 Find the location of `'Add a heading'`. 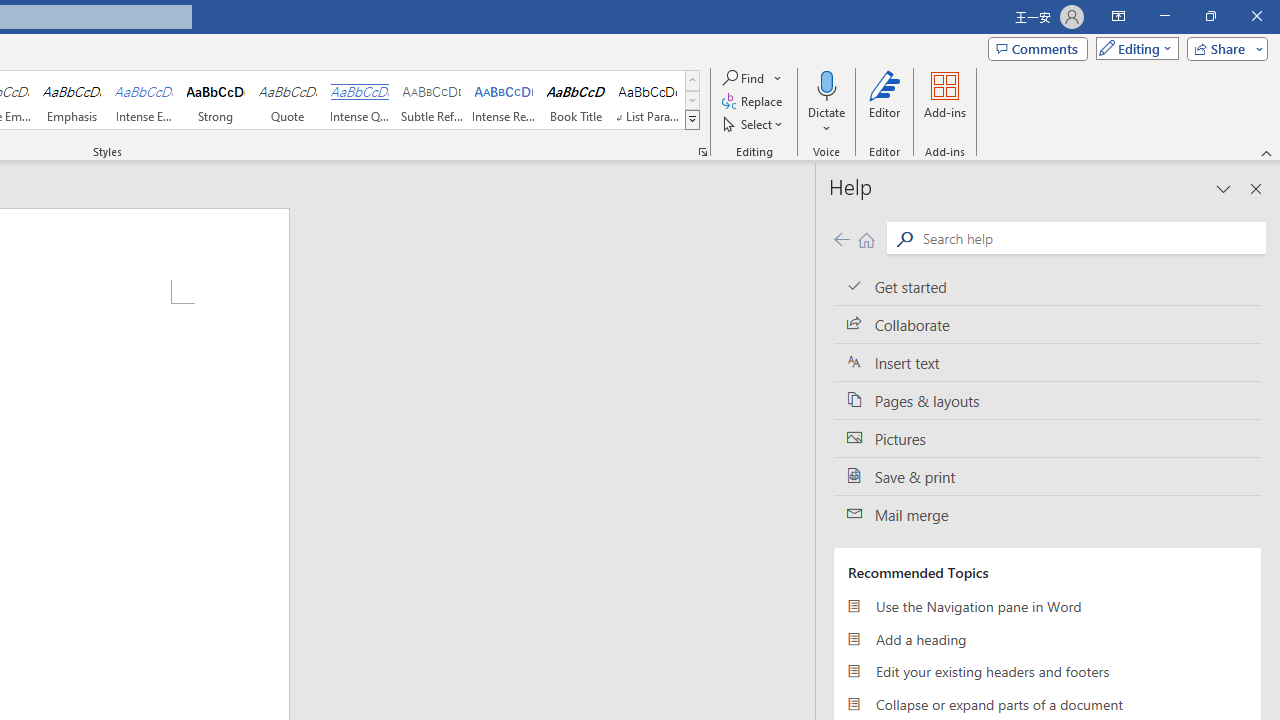

'Add a heading' is located at coordinates (1046, 639).